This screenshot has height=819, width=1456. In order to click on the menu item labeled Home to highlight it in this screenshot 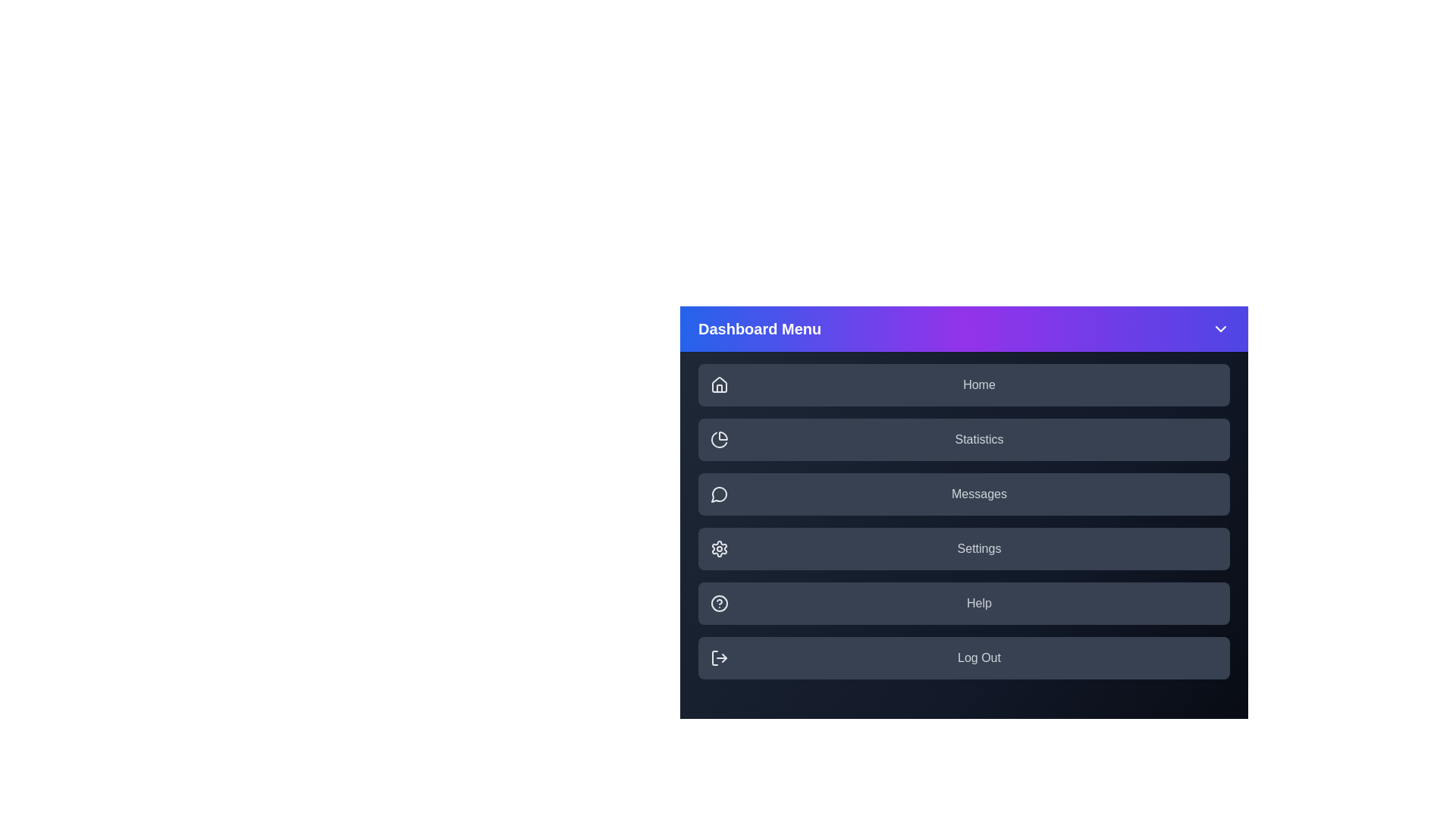, I will do `click(963, 384)`.